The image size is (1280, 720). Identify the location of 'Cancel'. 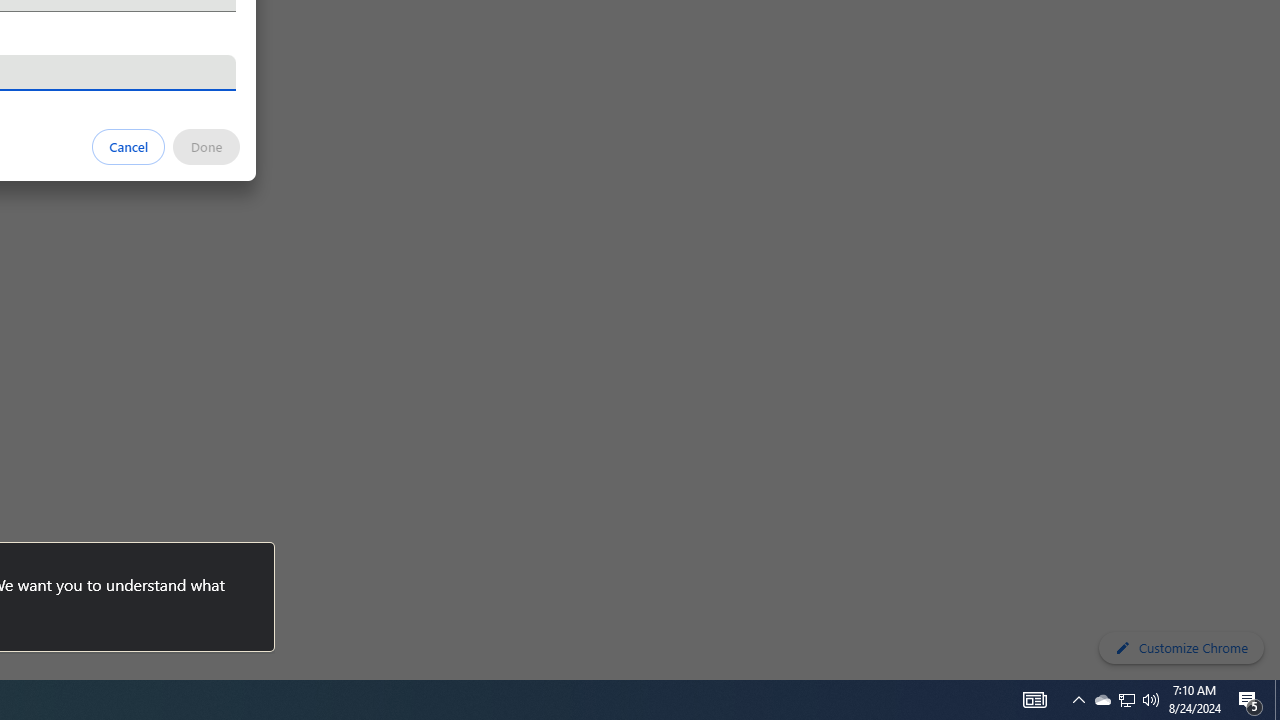
(128, 145).